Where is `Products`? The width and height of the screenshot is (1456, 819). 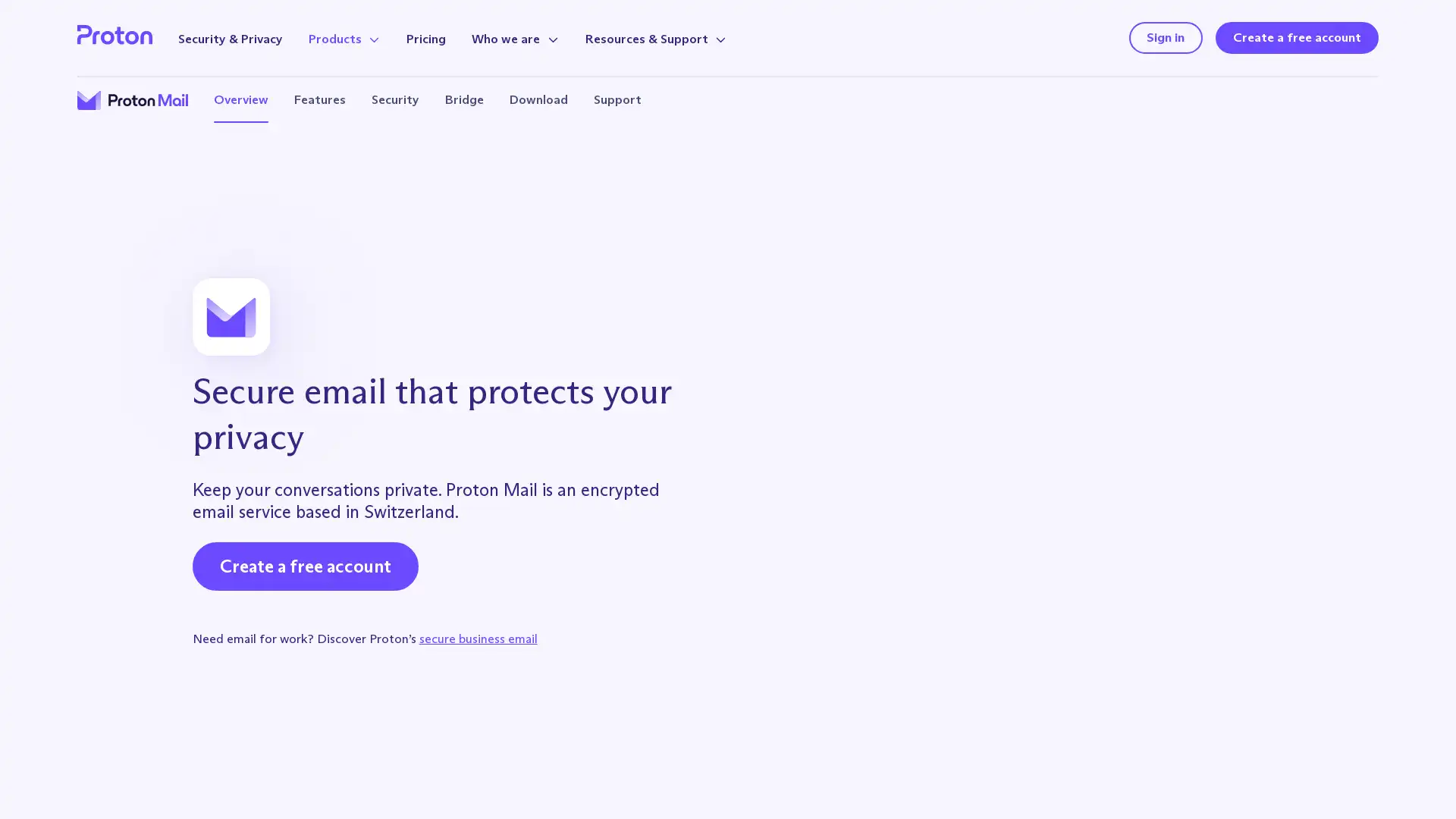
Products is located at coordinates (344, 38).